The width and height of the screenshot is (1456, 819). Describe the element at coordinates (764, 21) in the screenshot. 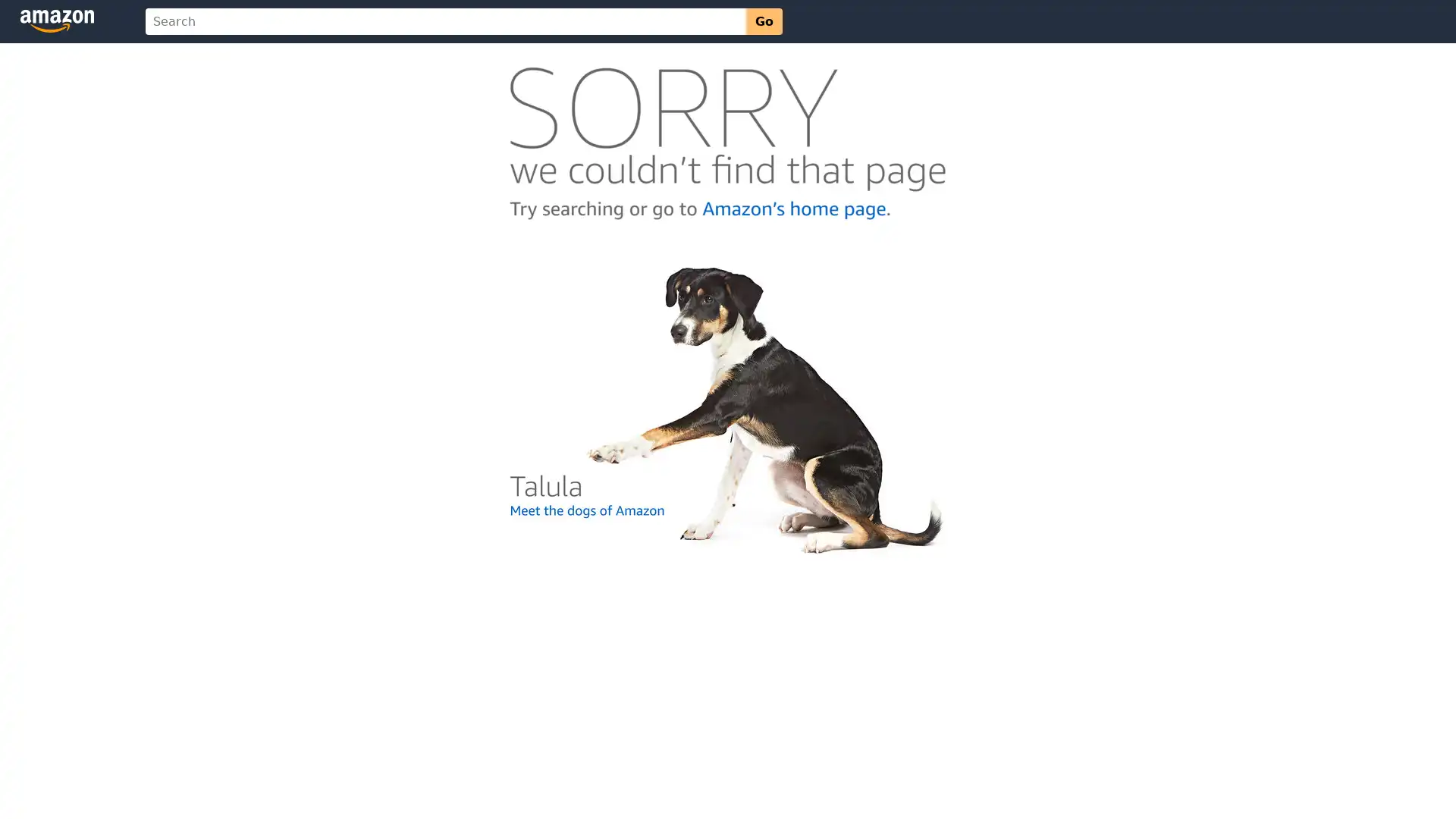

I see `Go` at that location.